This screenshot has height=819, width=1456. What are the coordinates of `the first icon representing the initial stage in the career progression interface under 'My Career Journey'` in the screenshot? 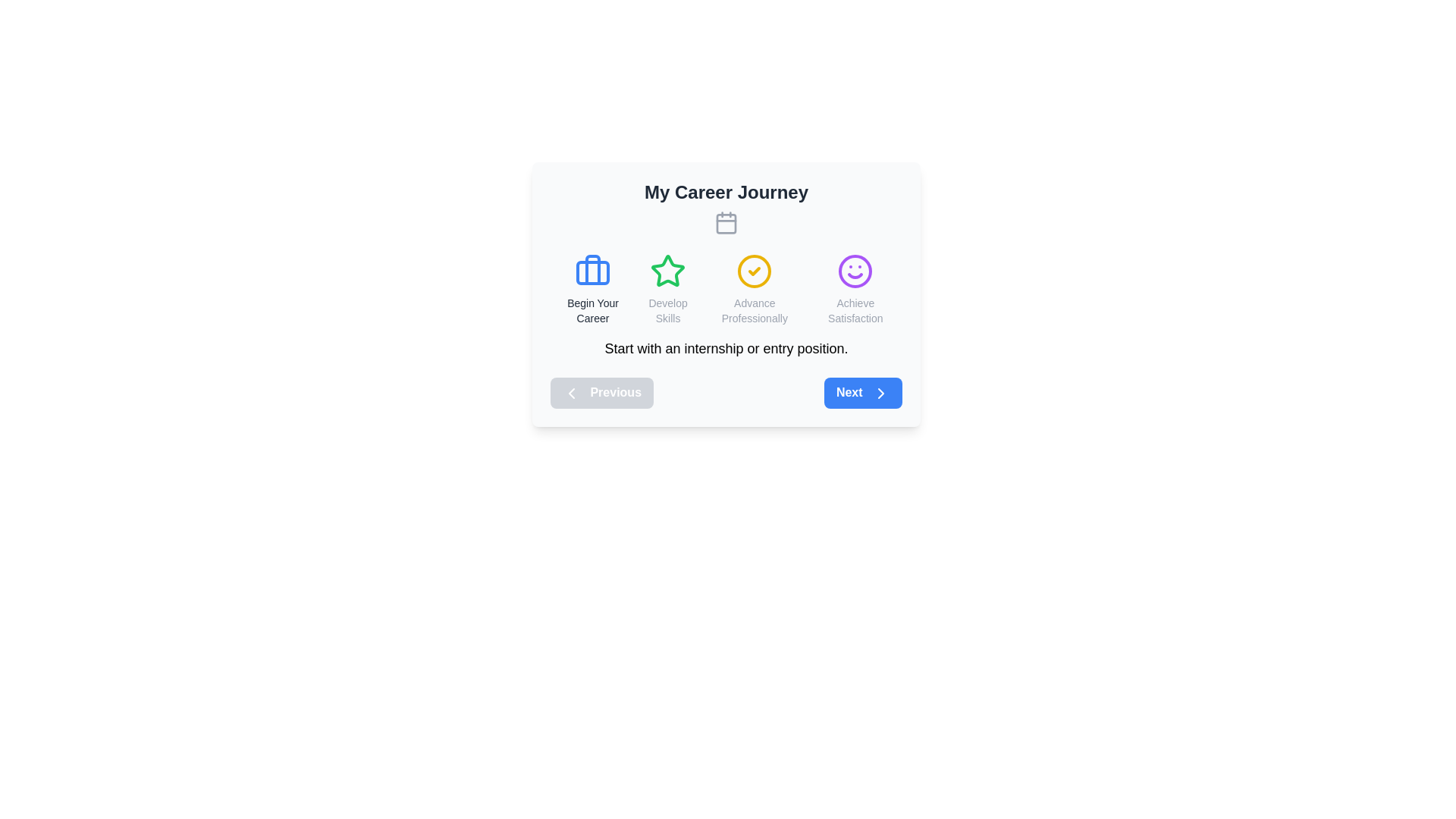 It's located at (592, 289).